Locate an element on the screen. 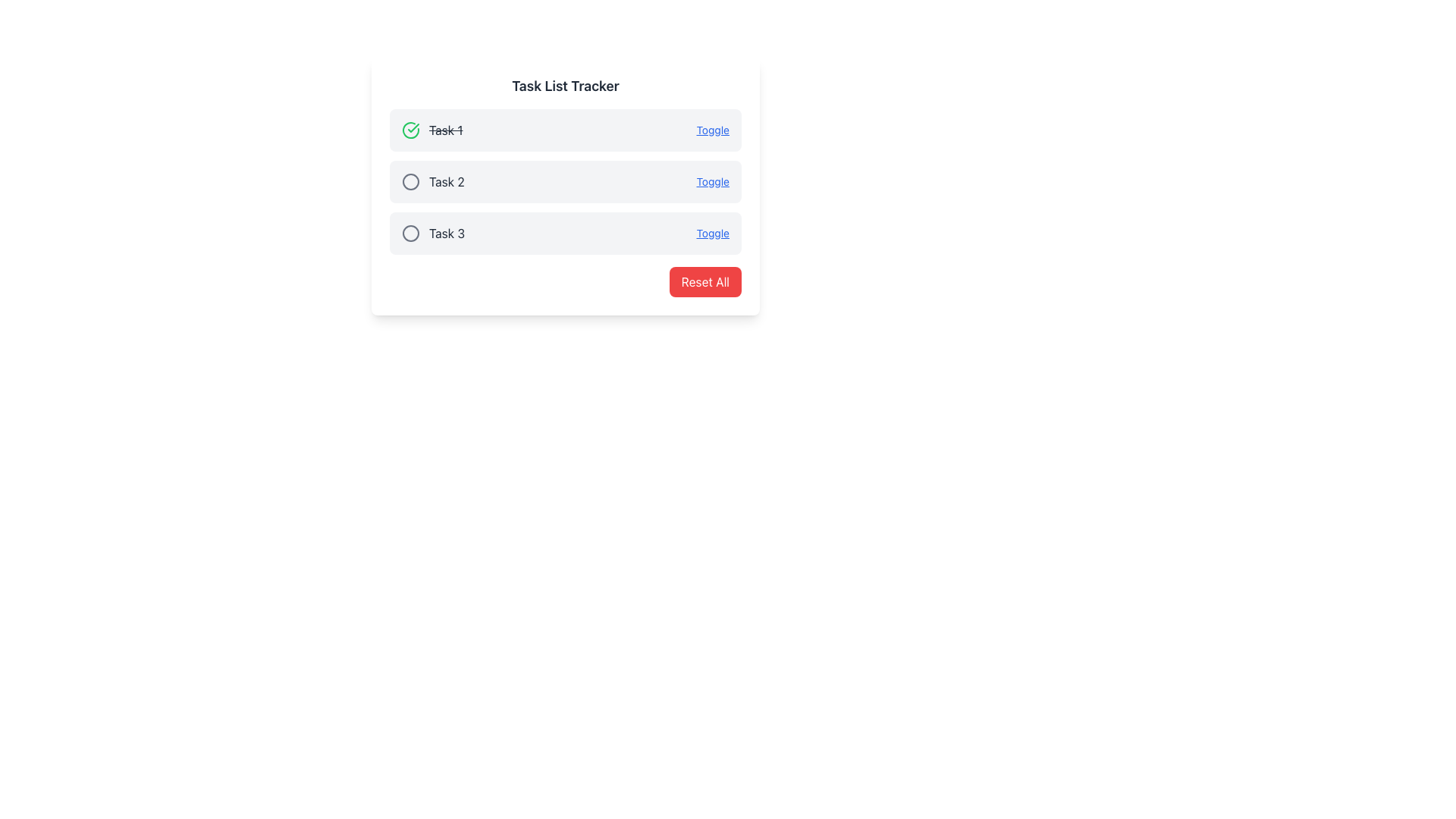  the SVG circle element representing the task completion status for 'Task 2' in the list is located at coordinates (411, 180).